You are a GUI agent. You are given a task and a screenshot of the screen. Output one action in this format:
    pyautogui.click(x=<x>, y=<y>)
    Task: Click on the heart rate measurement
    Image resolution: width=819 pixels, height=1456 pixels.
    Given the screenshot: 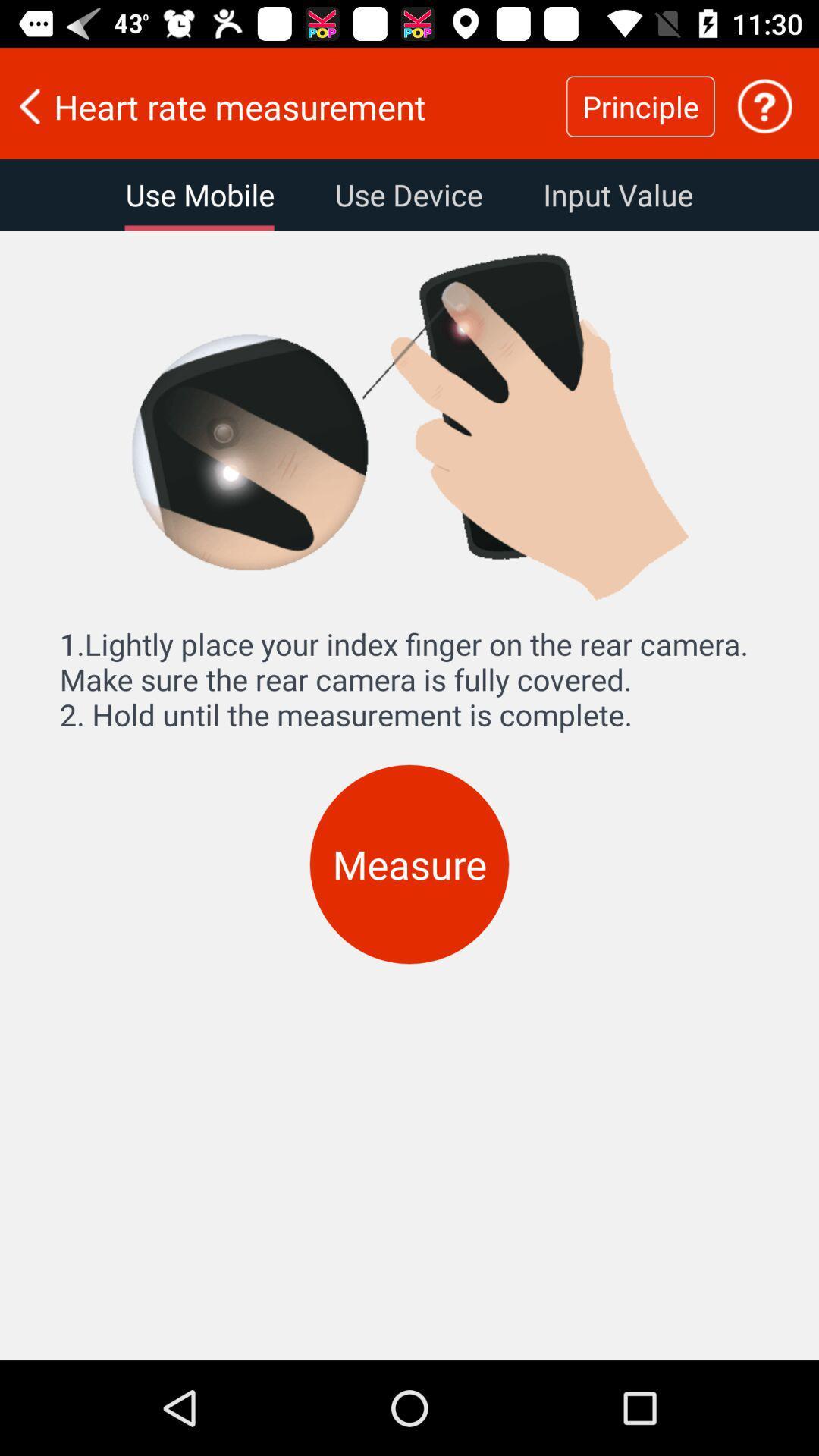 What is the action you would take?
    pyautogui.click(x=283, y=105)
    